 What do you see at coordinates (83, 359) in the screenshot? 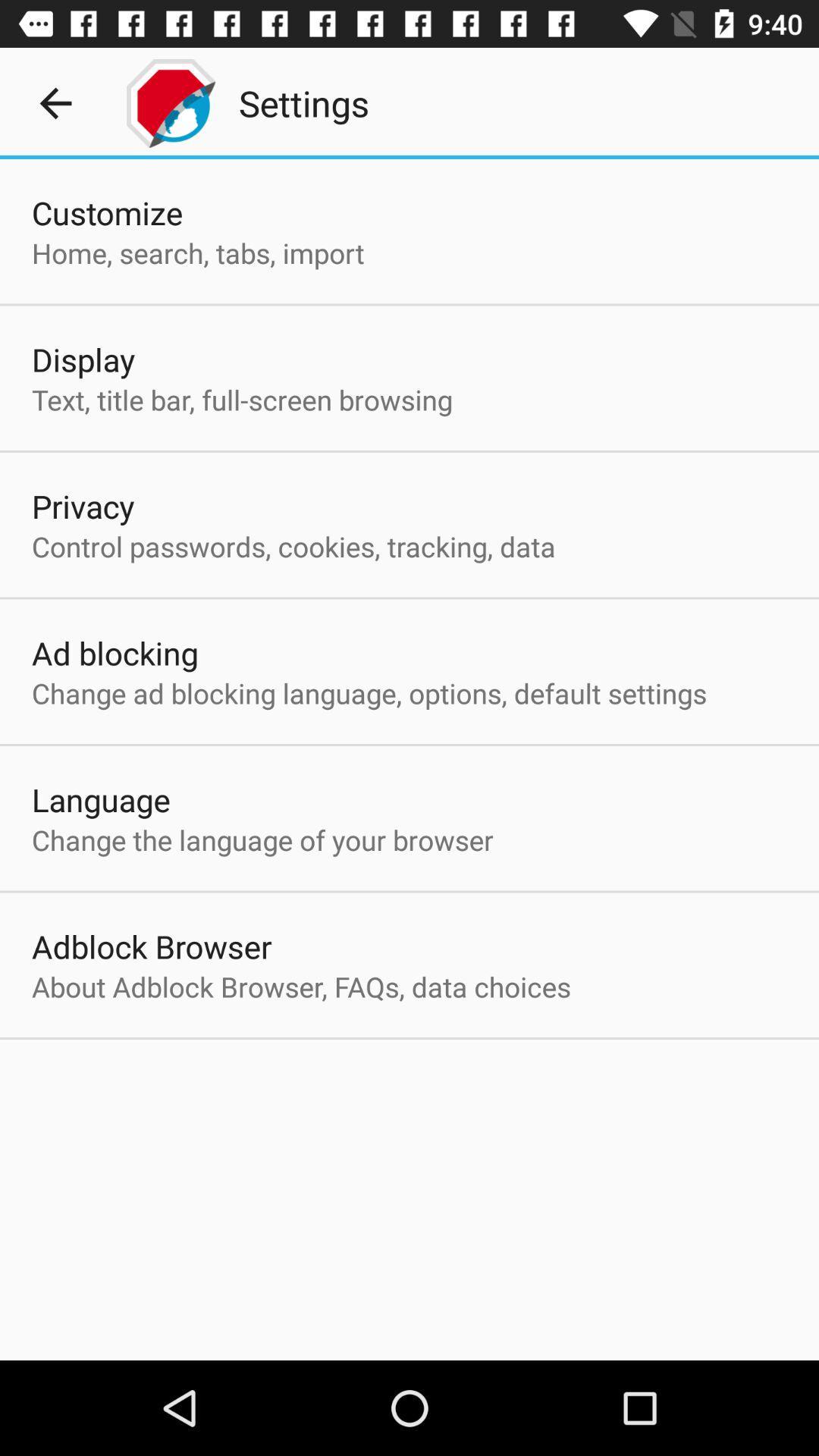
I see `the app above text title bar` at bounding box center [83, 359].